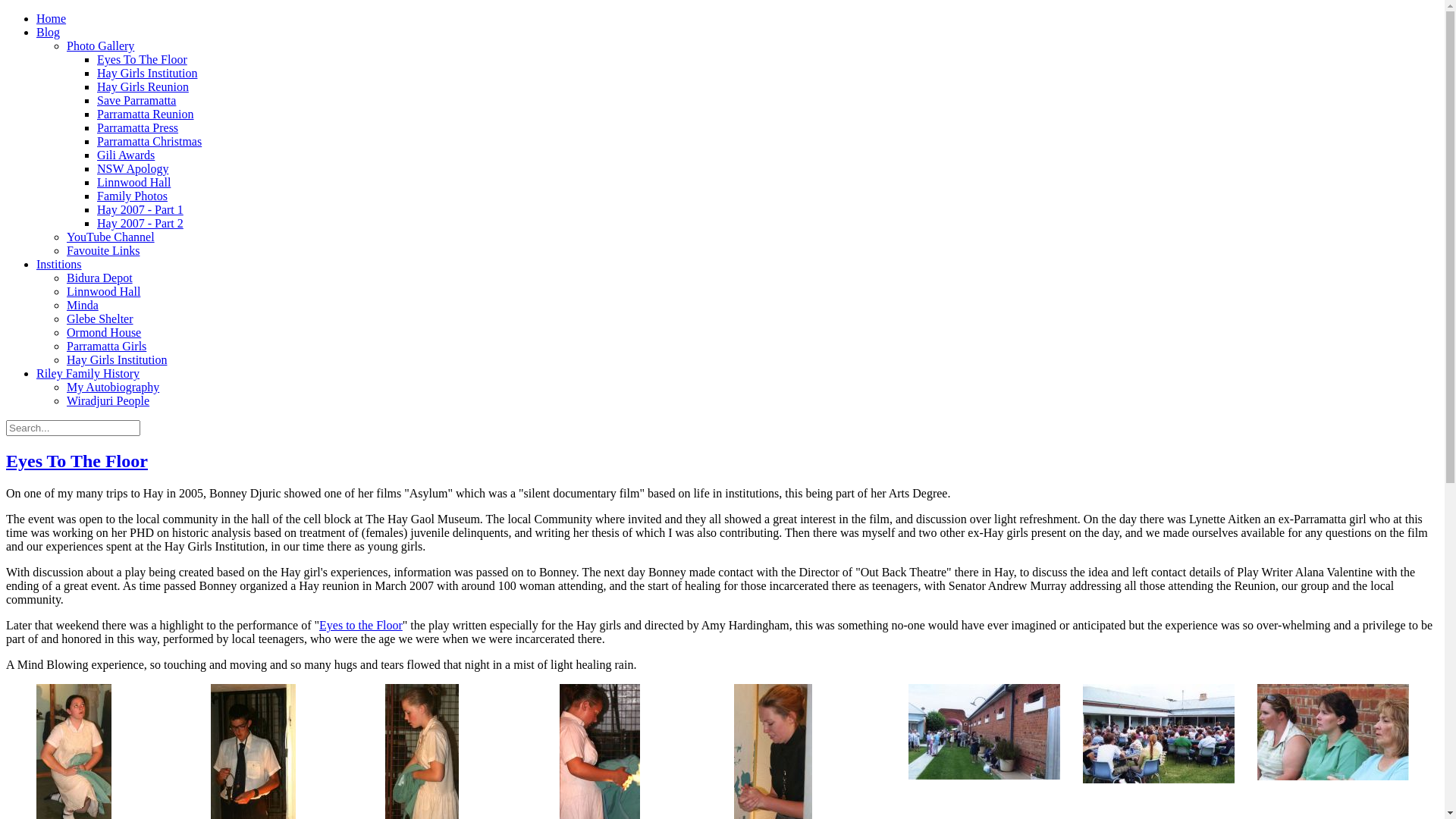 This screenshot has width=1456, height=819. Describe the element at coordinates (137, 127) in the screenshot. I see `'Parramatta Press'` at that location.